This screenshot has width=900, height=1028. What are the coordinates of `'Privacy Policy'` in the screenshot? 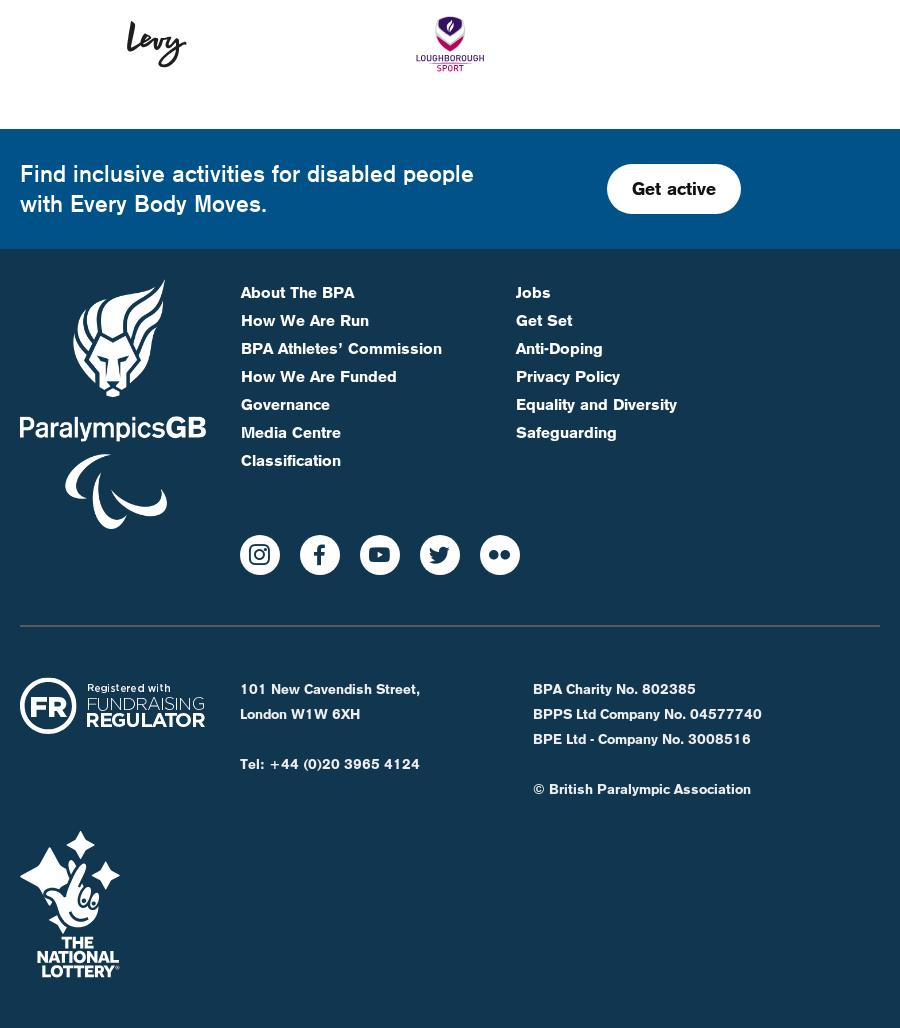 It's located at (567, 308).